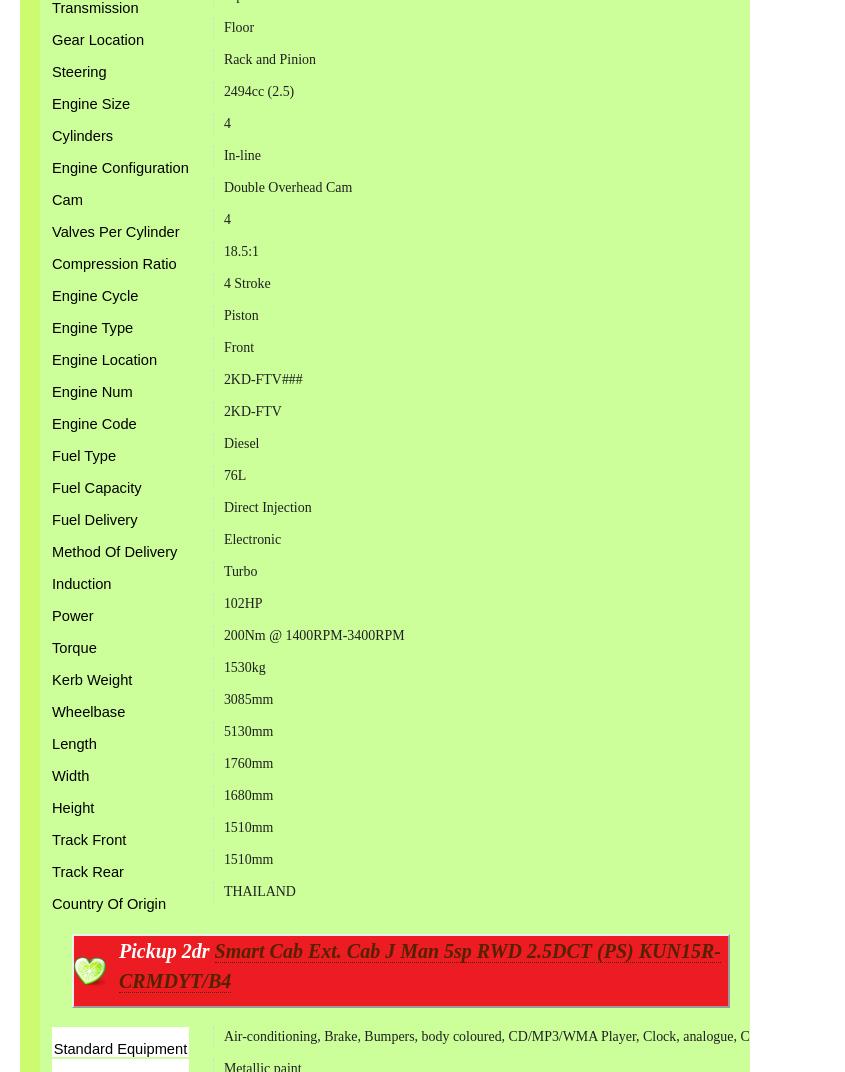 The height and width of the screenshot is (1072, 845). I want to click on 'Power', so click(50, 615).